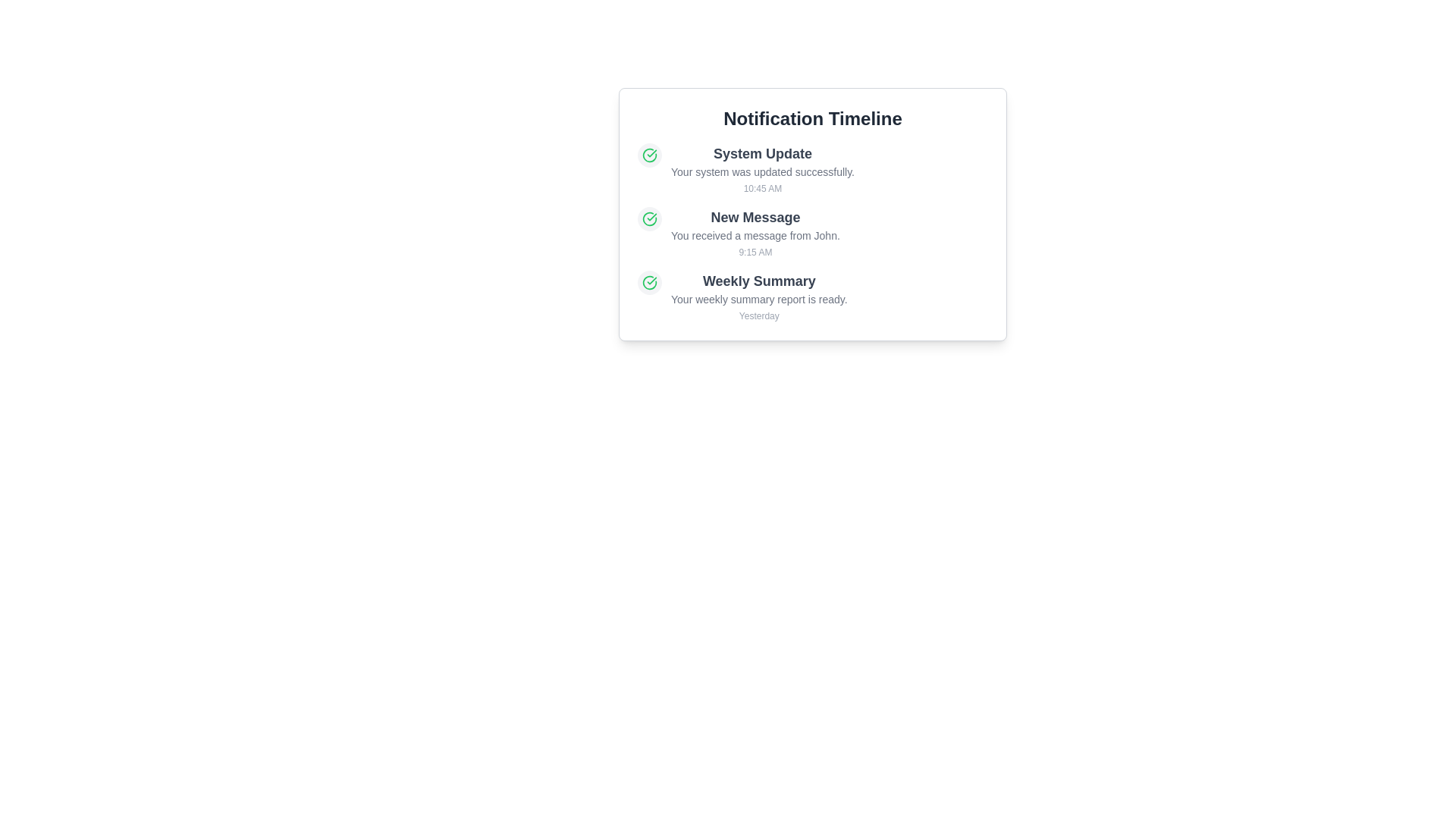 Image resolution: width=1456 pixels, height=819 pixels. What do you see at coordinates (763, 188) in the screenshot?
I see `the timestamp label displaying '10:45 AM', which is located below the event description 'Your system was updated successfully.'` at bounding box center [763, 188].